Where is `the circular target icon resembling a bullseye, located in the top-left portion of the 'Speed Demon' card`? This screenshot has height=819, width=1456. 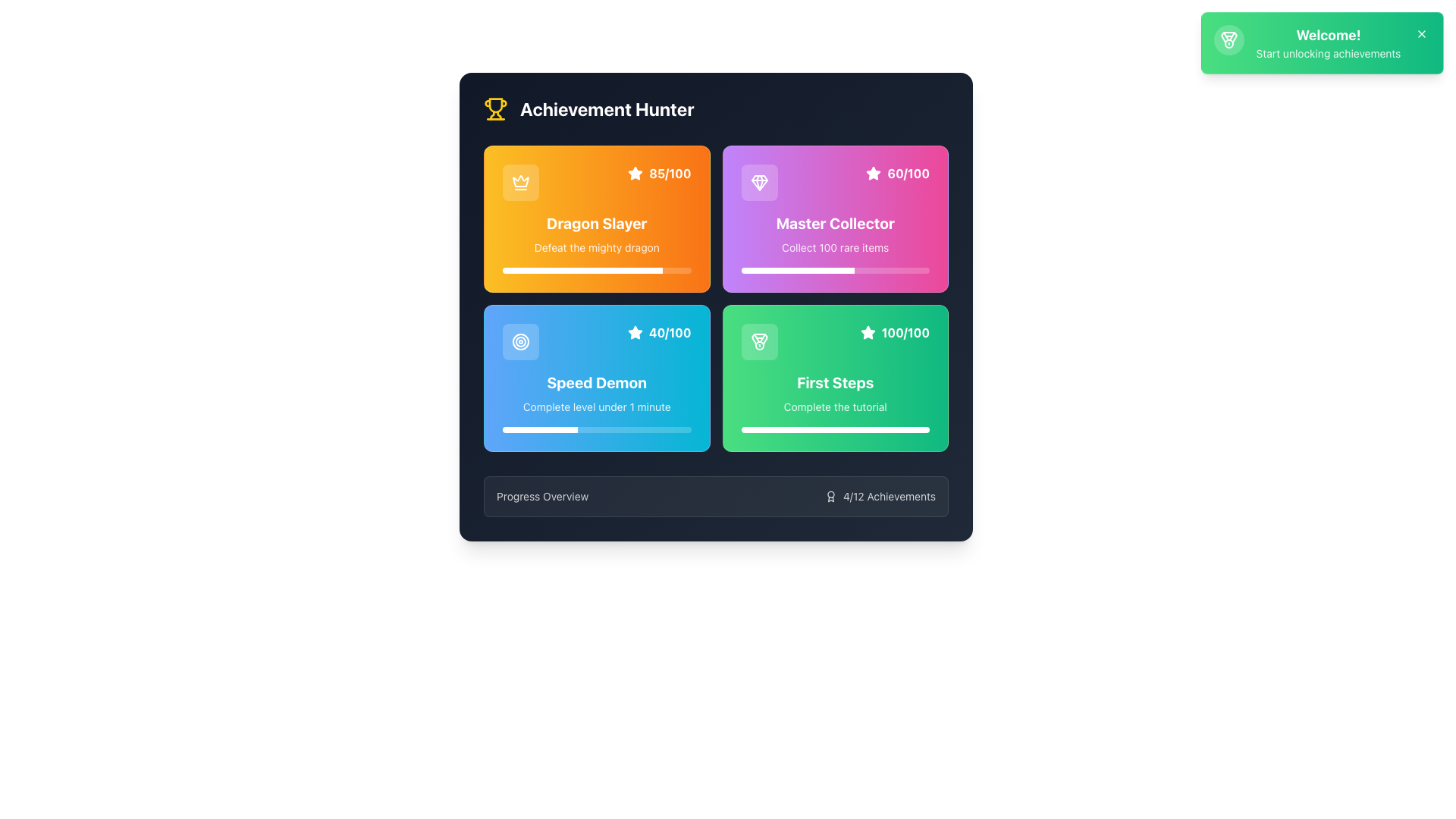
the circular target icon resembling a bullseye, located in the top-left portion of the 'Speed Demon' card is located at coordinates (520, 342).